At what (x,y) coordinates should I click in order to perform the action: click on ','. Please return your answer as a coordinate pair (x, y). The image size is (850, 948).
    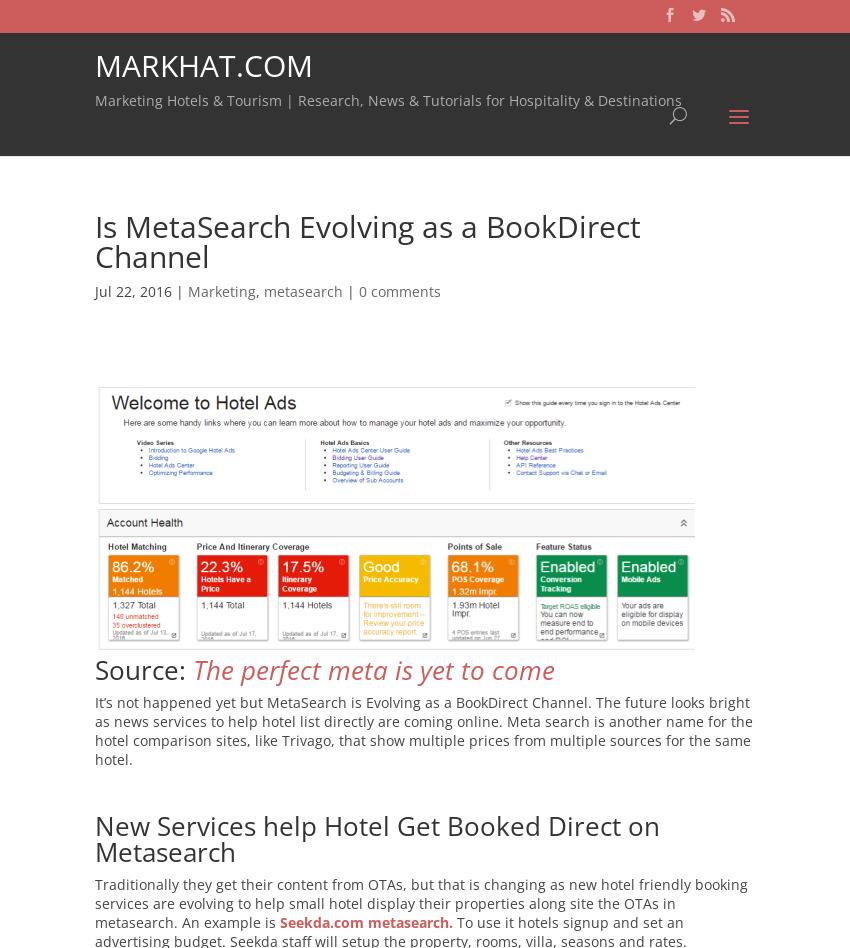
    Looking at the image, I should click on (259, 291).